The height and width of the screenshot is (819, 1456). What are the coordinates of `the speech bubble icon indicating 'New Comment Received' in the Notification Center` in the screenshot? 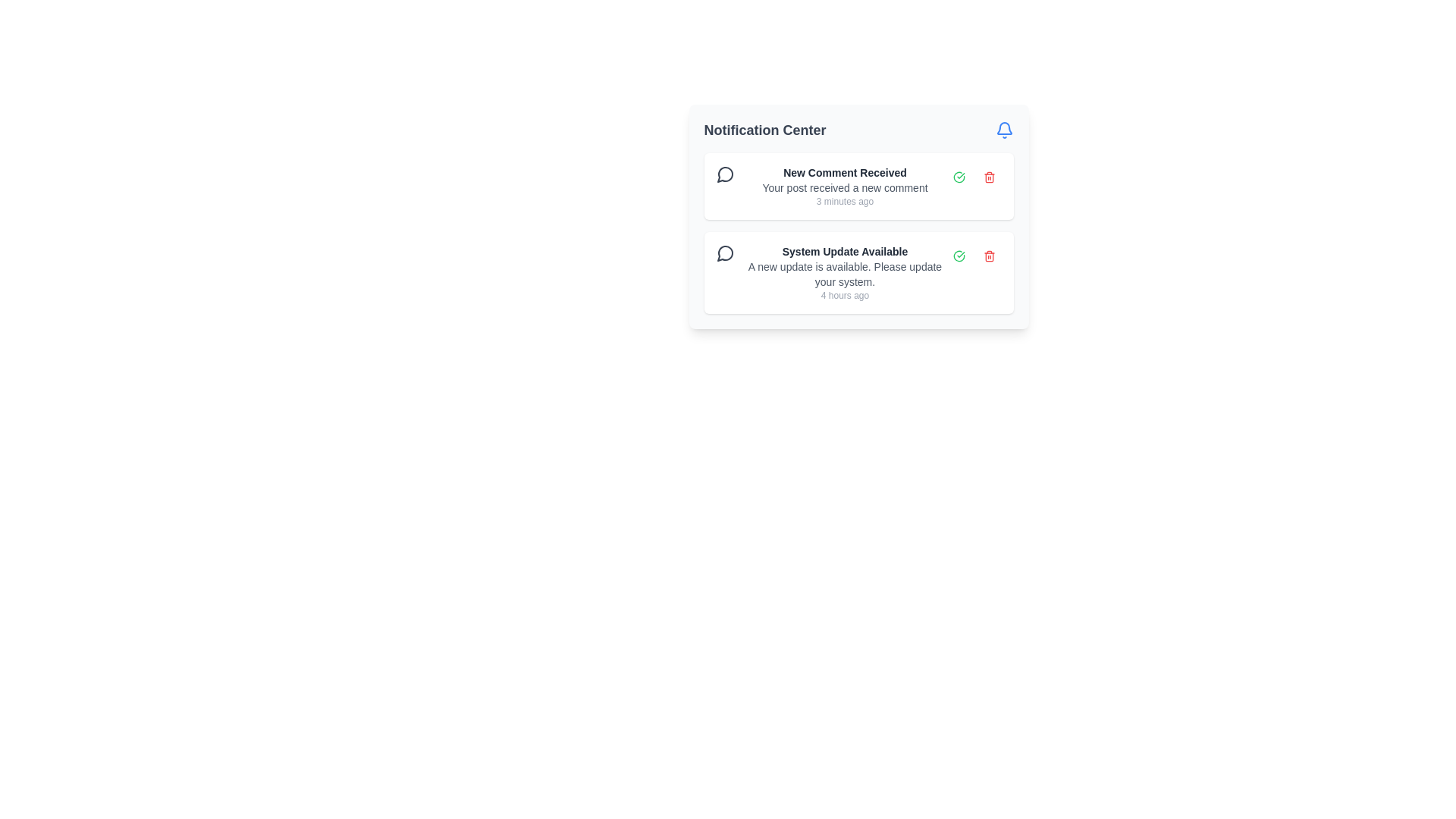 It's located at (723, 174).